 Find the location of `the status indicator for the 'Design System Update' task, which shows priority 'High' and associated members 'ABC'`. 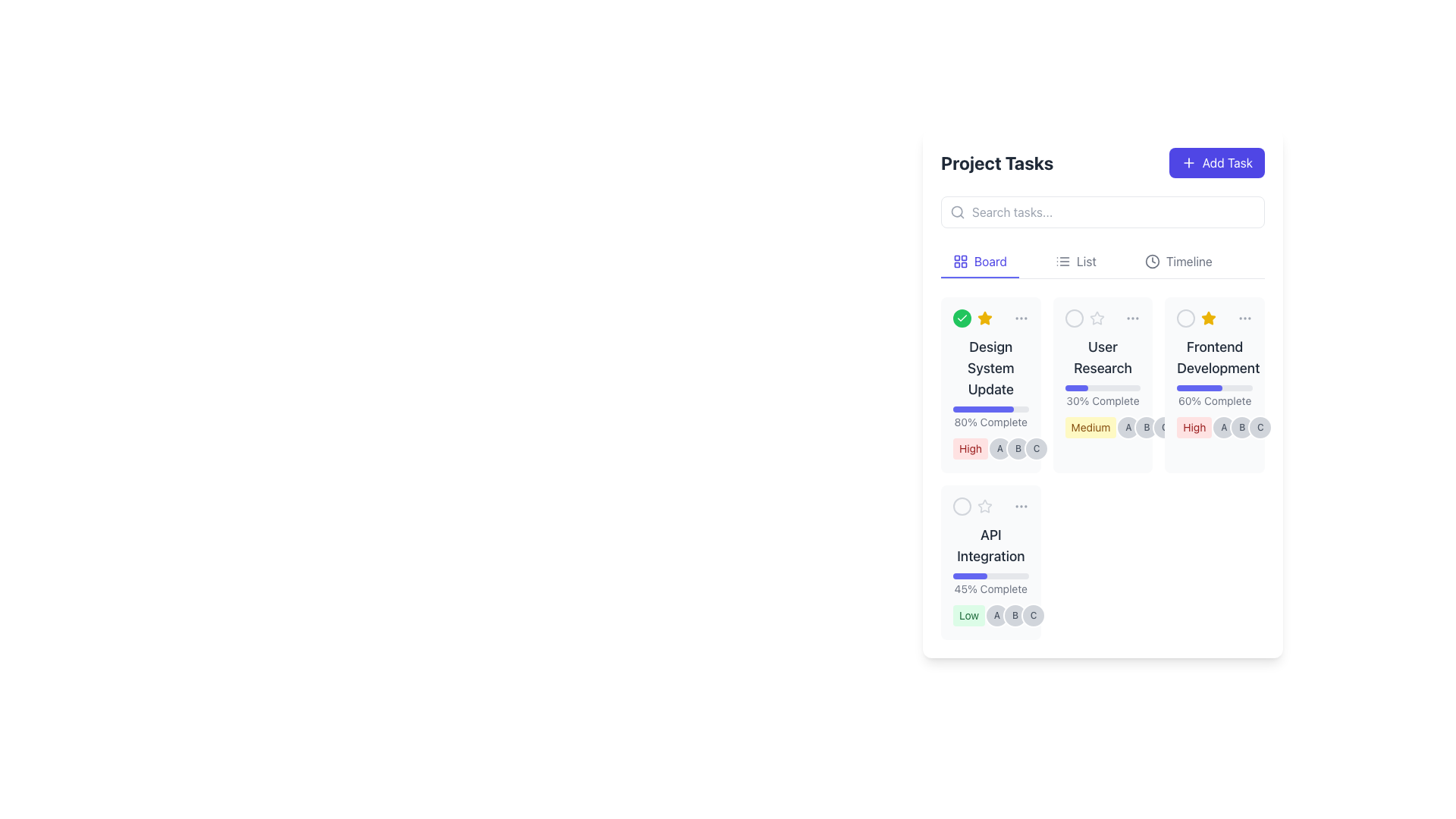

the status indicator for the 'Design System Update' task, which shows priority 'High' and associated members 'ABC' is located at coordinates (990, 447).